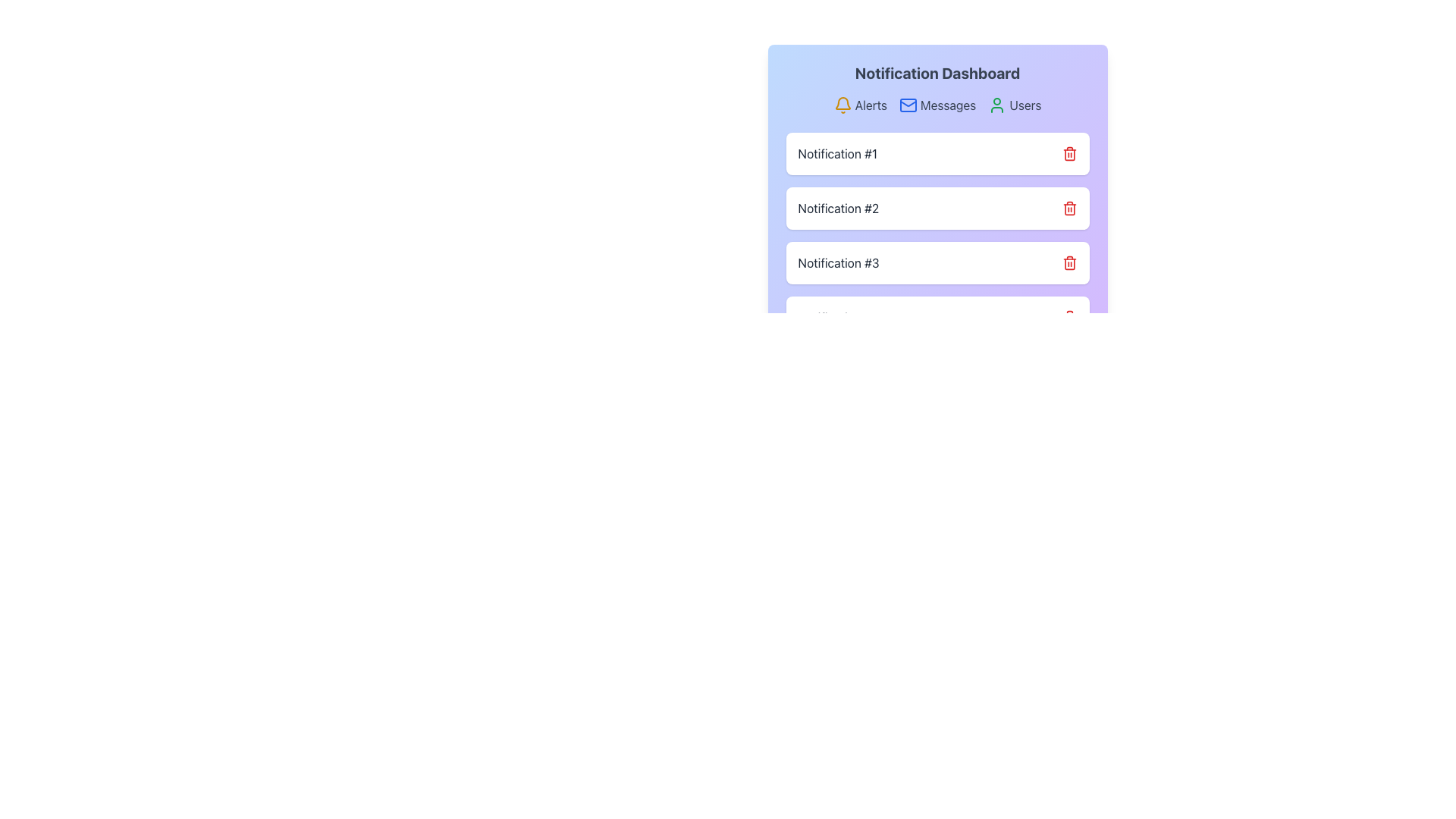 This screenshot has width=1456, height=819. Describe the element at coordinates (937, 317) in the screenshot. I see `the Notification card that informs the user about 'Notification #4', positioned as the fourth item in the list of notifications` at that location.